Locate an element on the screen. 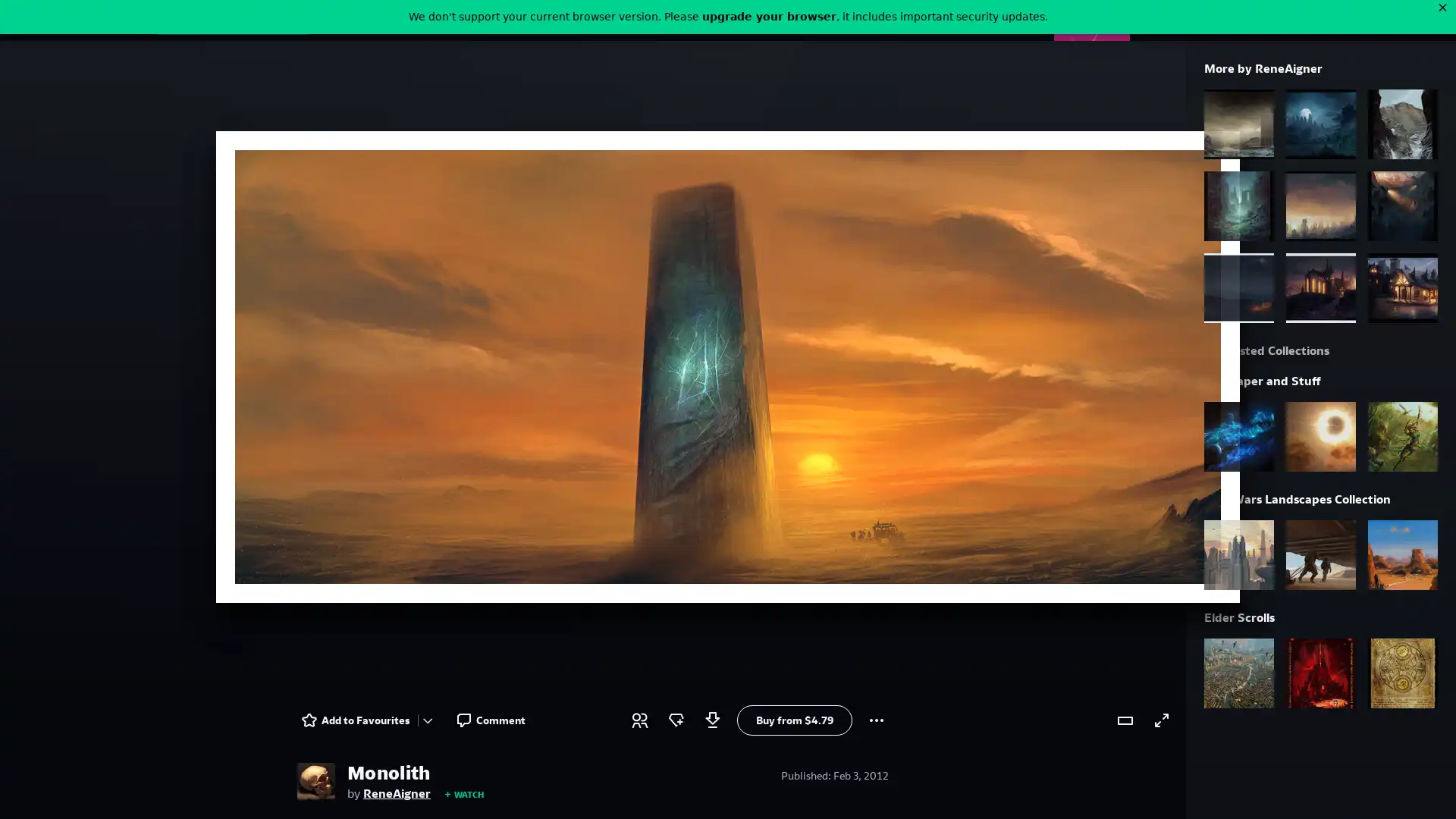  Award a badge is located at coordinates (676, 719).